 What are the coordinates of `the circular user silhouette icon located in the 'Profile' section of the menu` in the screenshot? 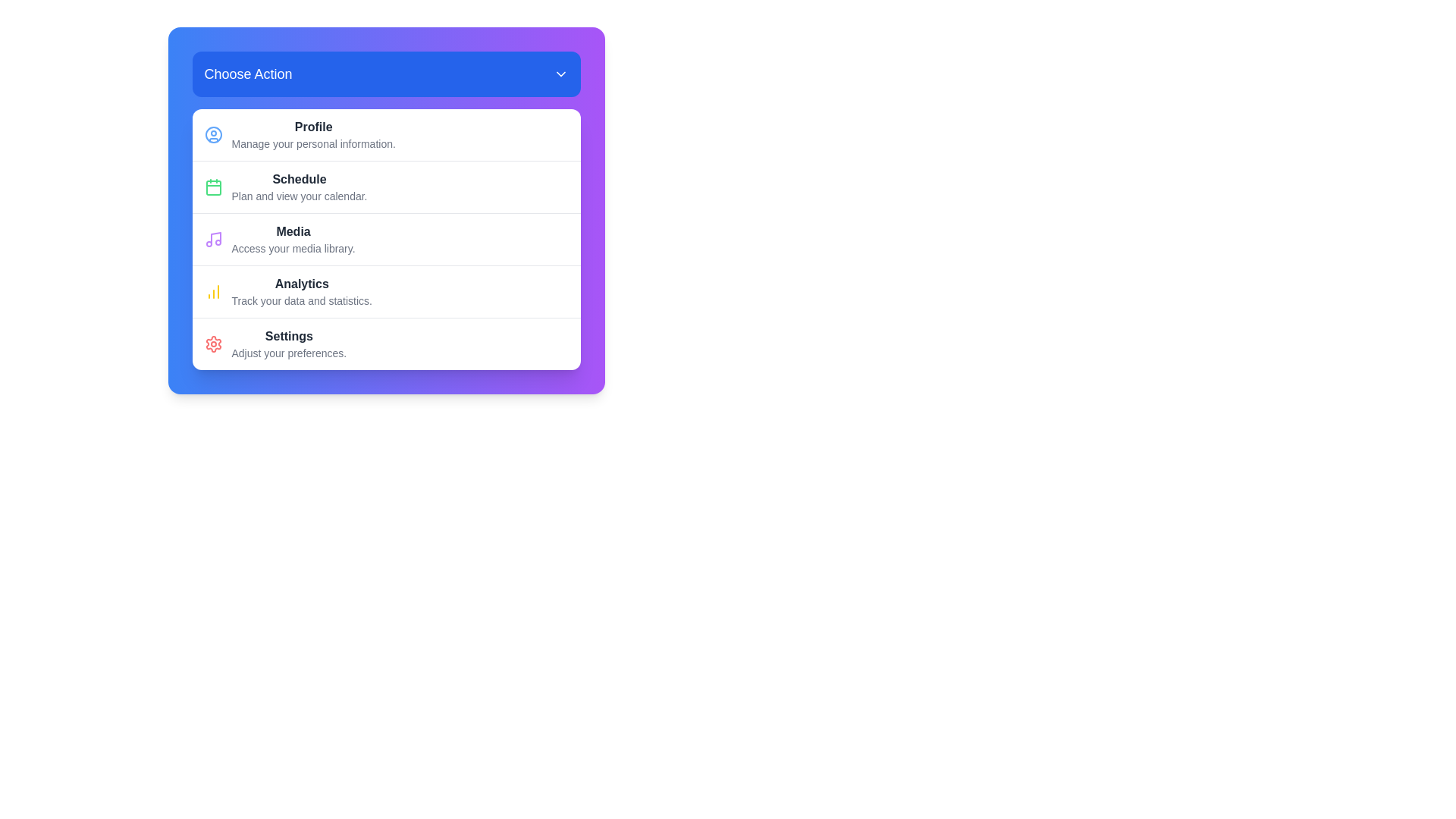 It's located at (212, 133).